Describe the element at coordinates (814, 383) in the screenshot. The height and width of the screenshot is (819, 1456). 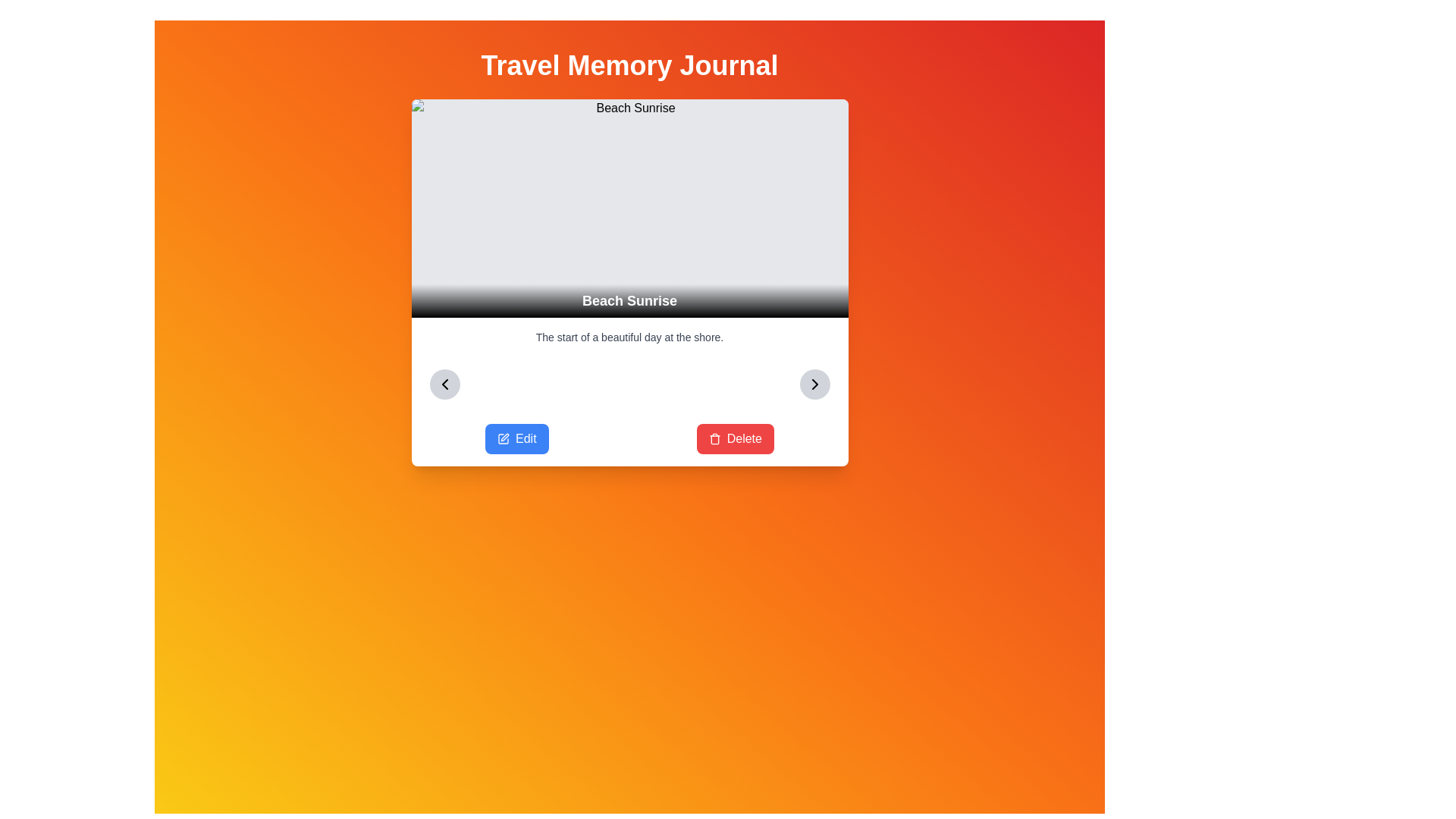
I see `the right-pointing chevron icon button located in the bottom-right corner of the card interface` at that location.